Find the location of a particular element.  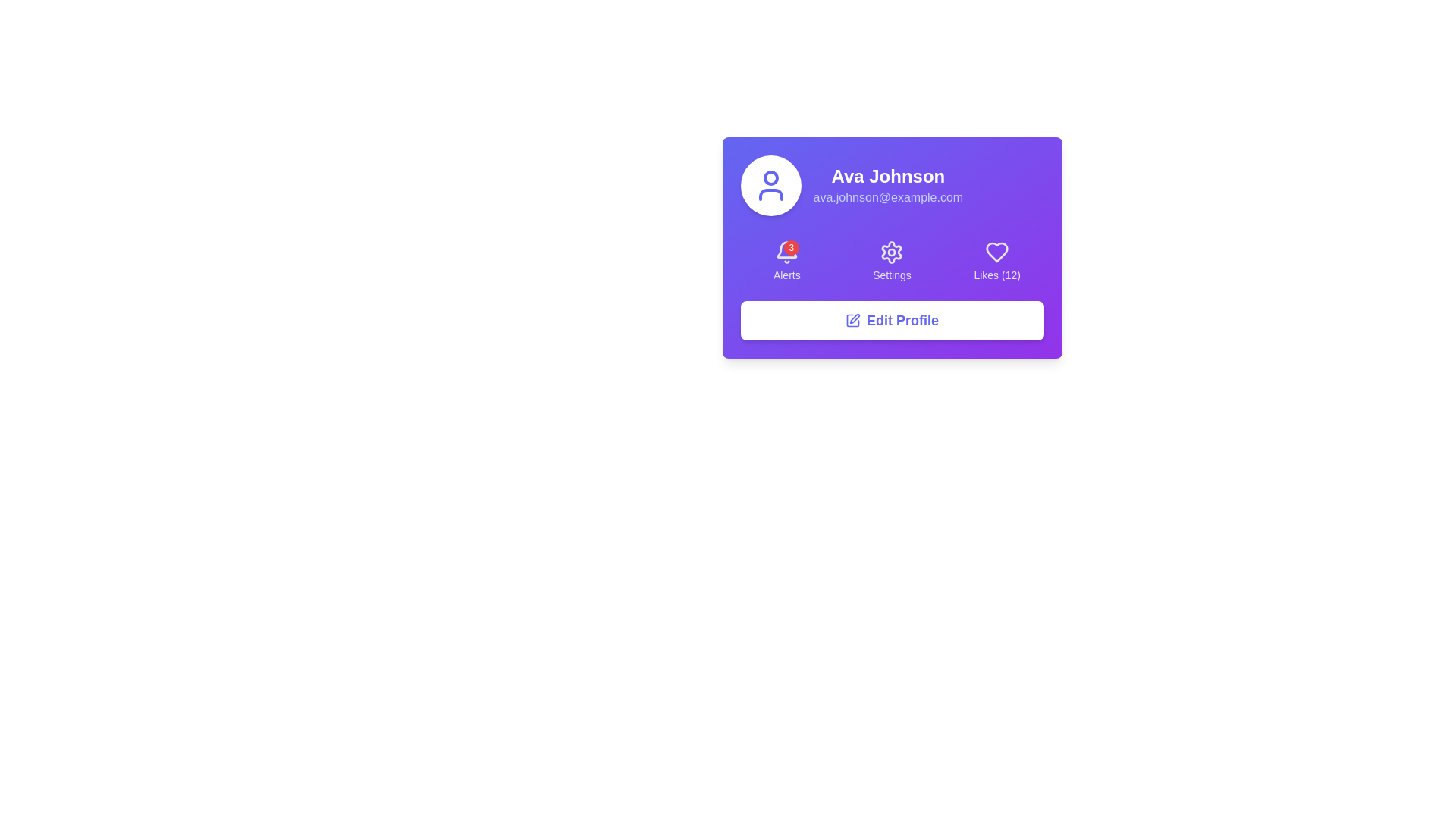

the button-like component with a decorative label that serves as an access point for user settings, located centrally between the 'Alerts' and 'Likes (12)' sections in the second section of the interface card is located at coordinates (892, 260).